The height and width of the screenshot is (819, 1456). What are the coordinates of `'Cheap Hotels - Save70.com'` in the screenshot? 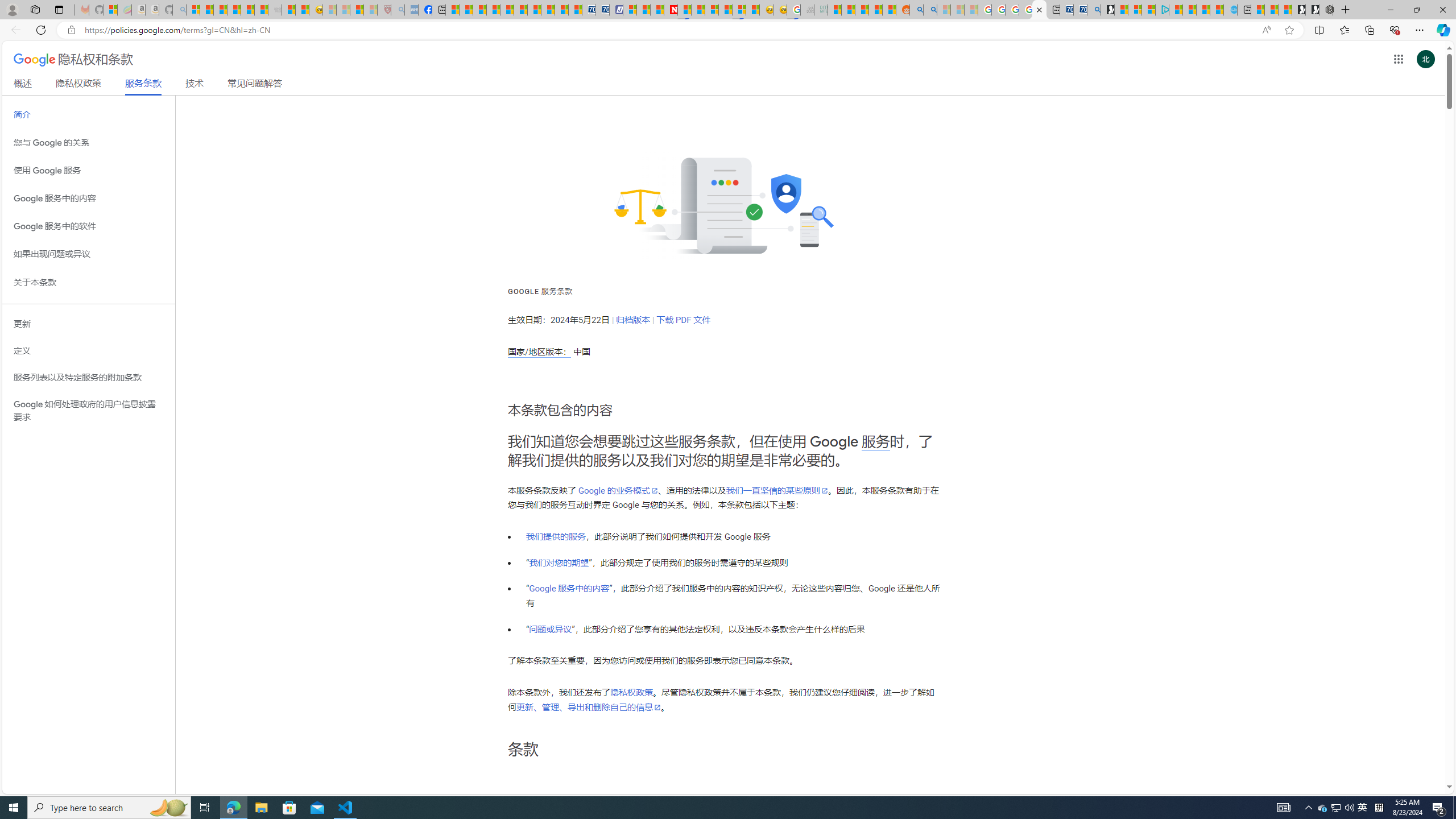 It's located at (602, 9).